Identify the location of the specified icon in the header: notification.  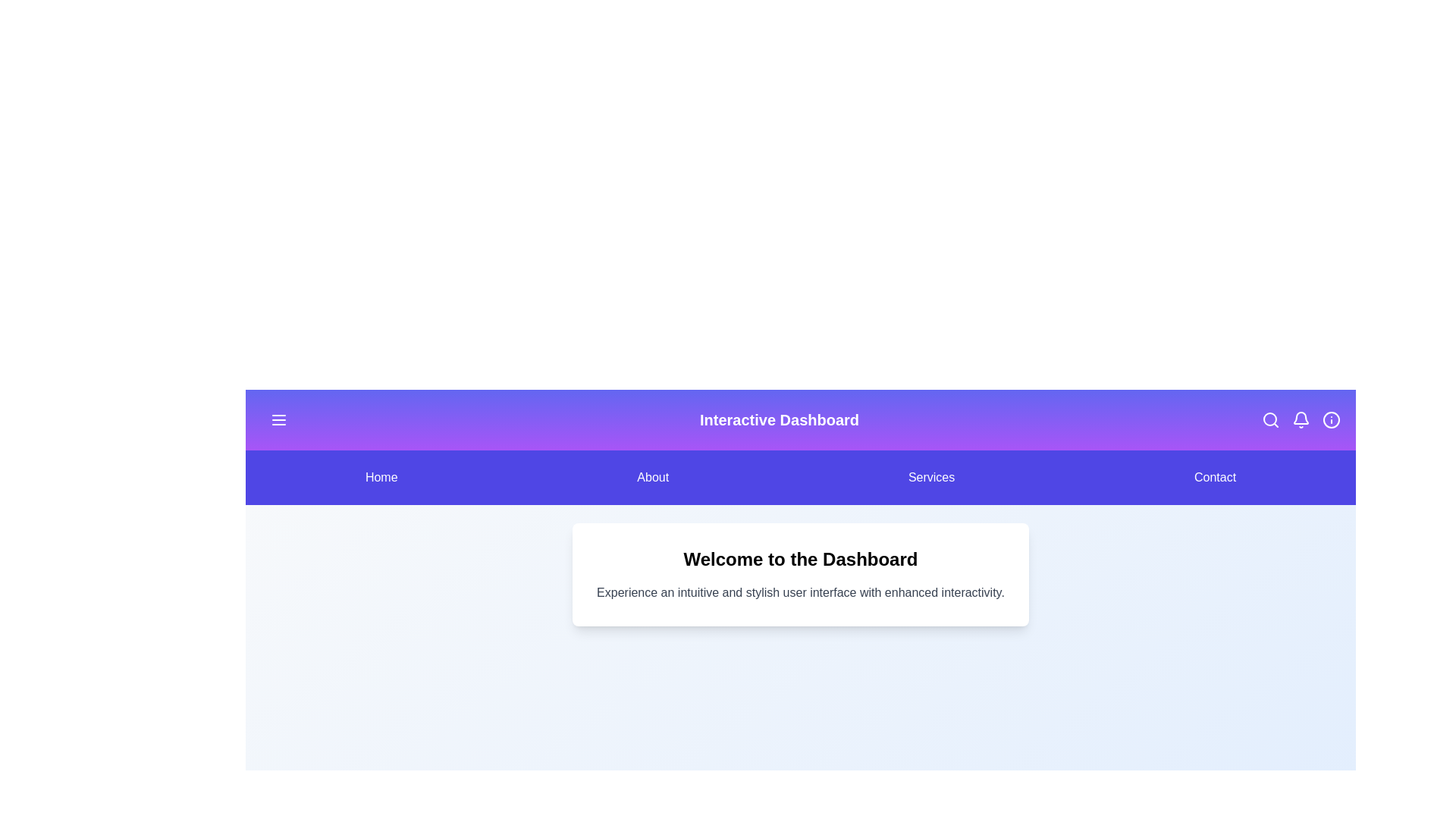
(1300, 420).